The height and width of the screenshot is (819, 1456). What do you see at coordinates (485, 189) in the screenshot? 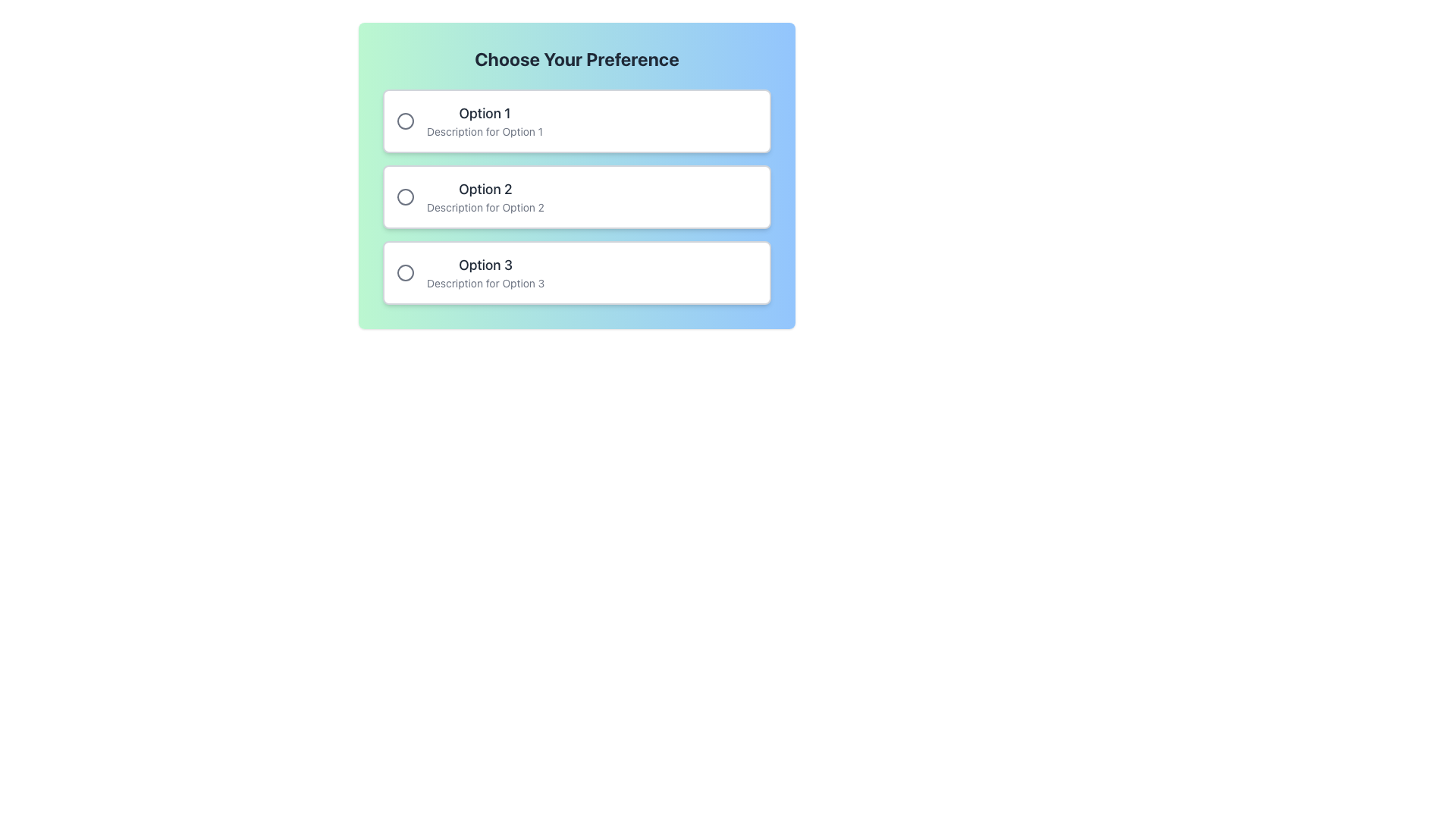
I see `the text label displaying 'Option 2', which is bold and dark-colored, located in the second row of the preference selection interface` at bounding box center [485, 189].